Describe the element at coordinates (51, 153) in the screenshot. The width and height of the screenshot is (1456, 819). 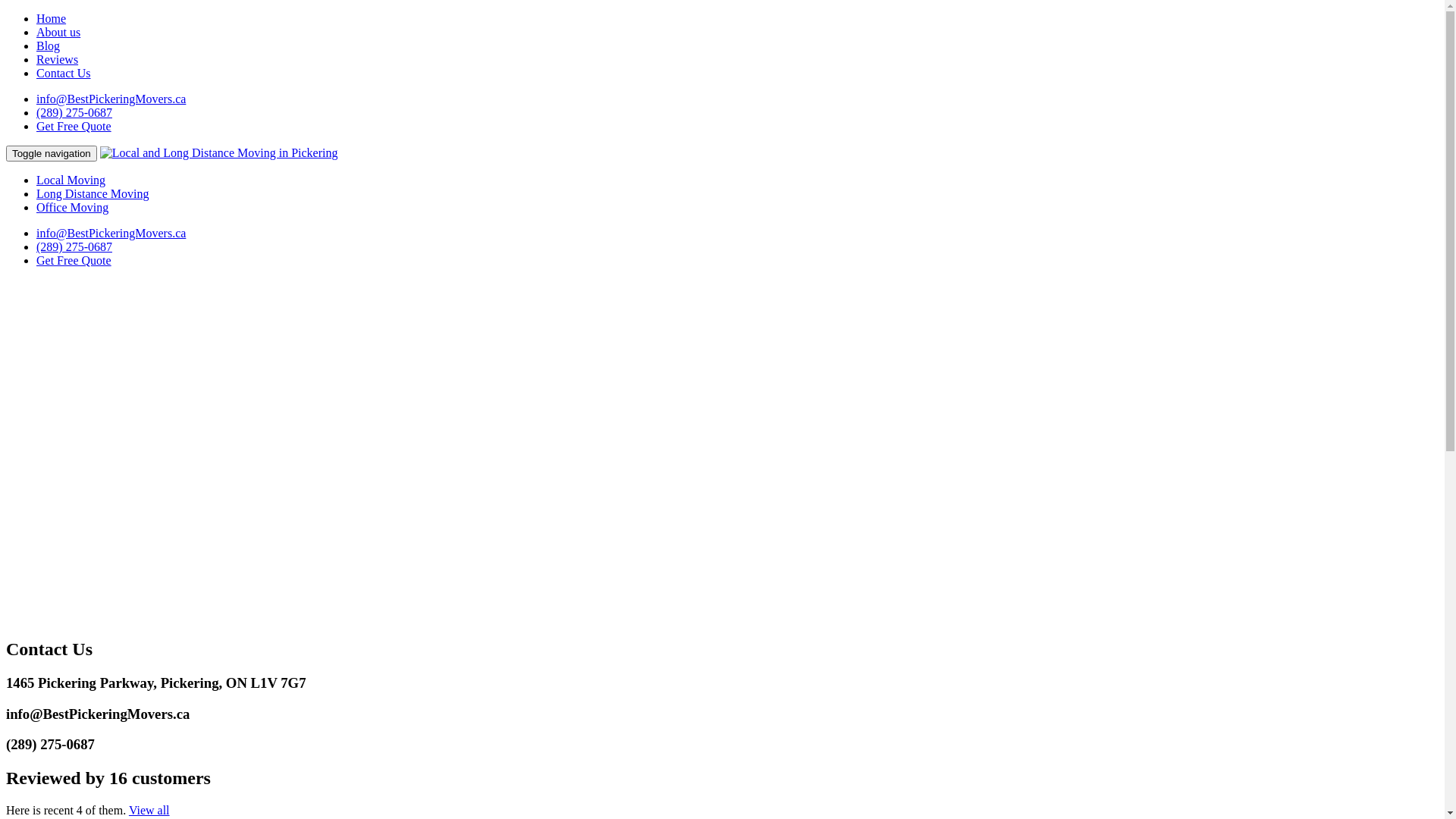
I see `'Toggle navigation'` at that location.